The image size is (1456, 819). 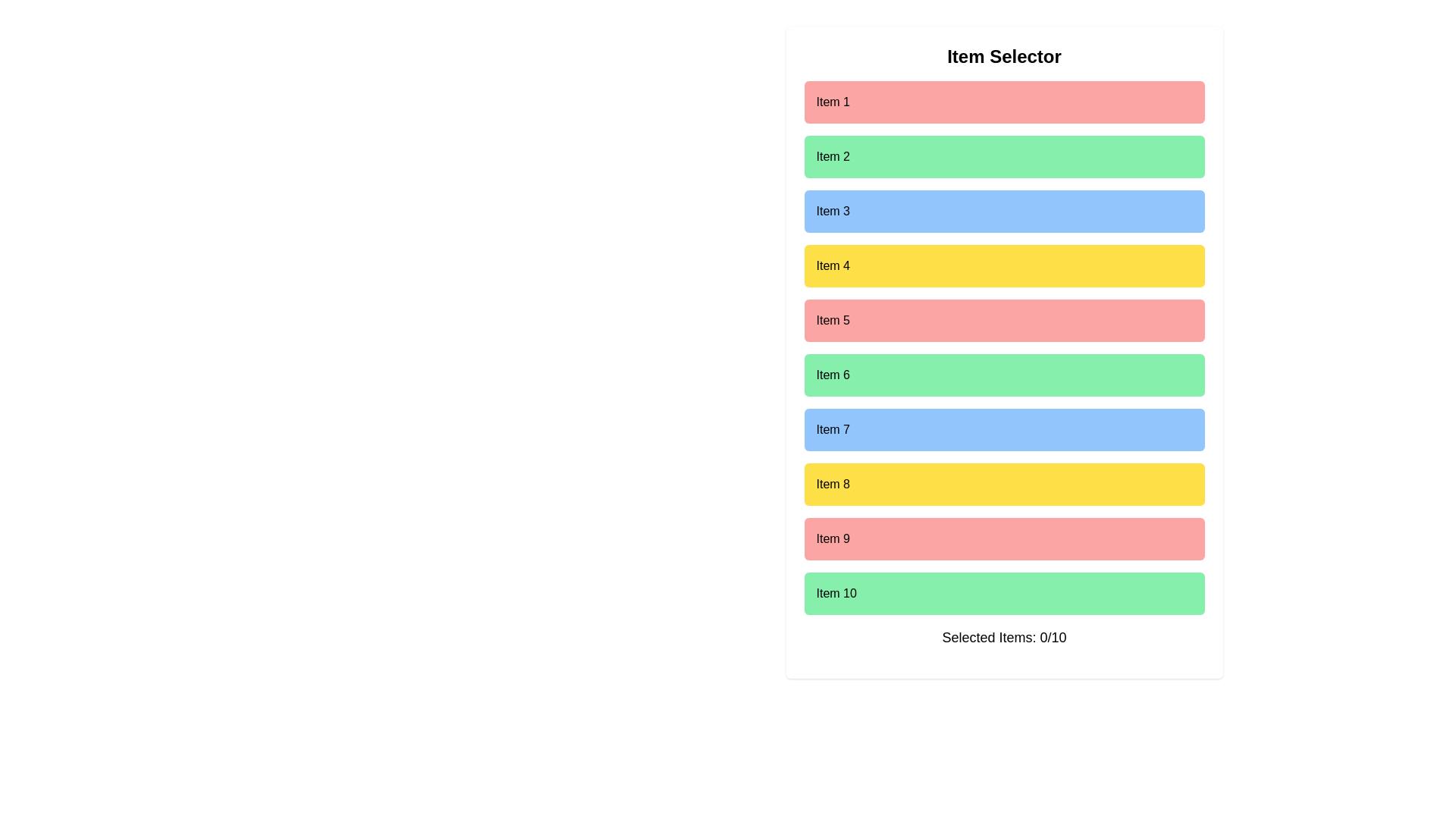 I want to click on the List item labeled 'Item 3' with a light blue background, which is the third item in a vertical list of ten items, so click(x=1004, y=211).